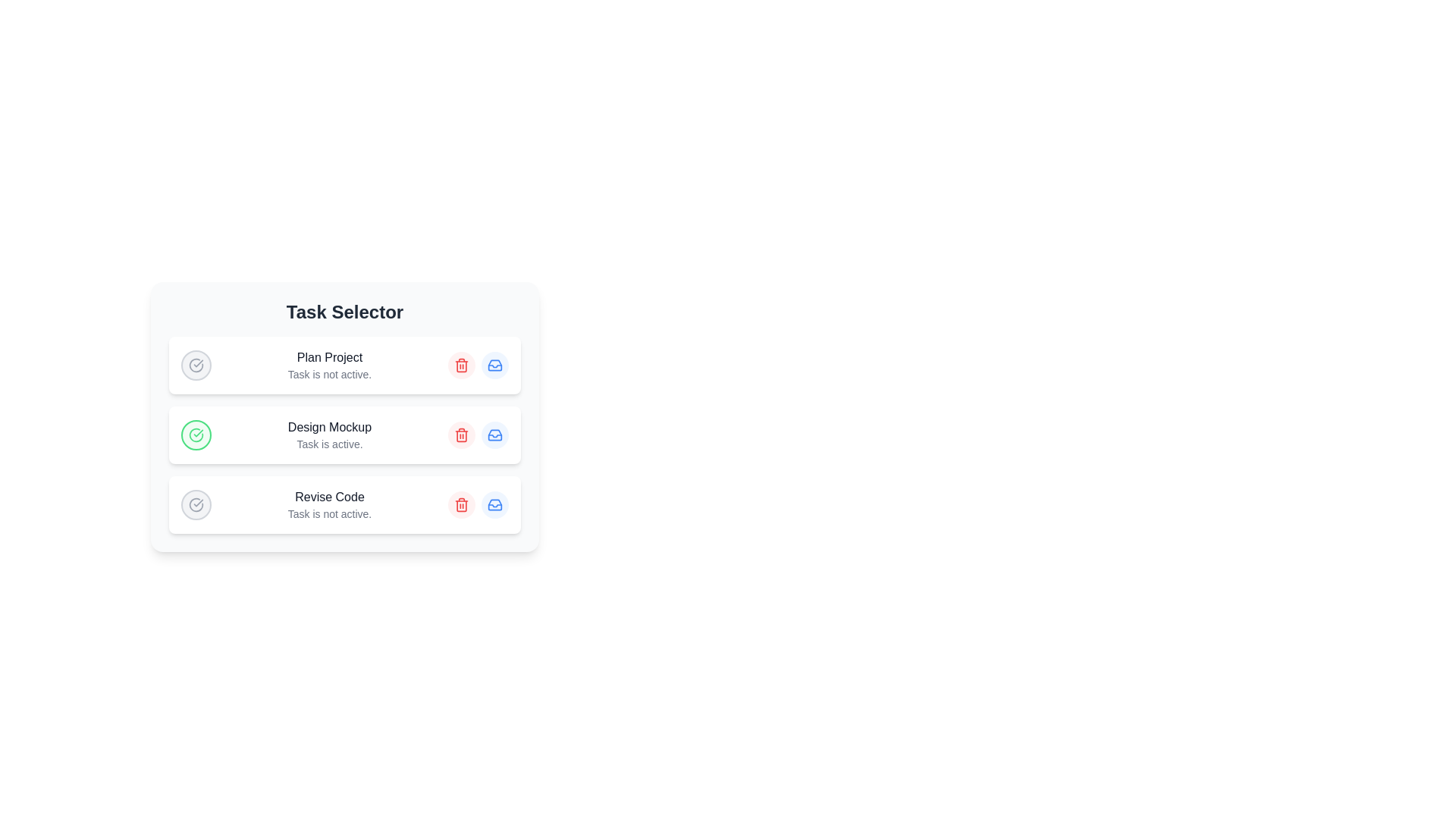 The image size is (1456, 819). Describe the element at coordinates (494, 505) in the screenshot. I see `the blue outlined inbox icon located in the third row of the task list, next to the text 'Revise Code'` at that location.